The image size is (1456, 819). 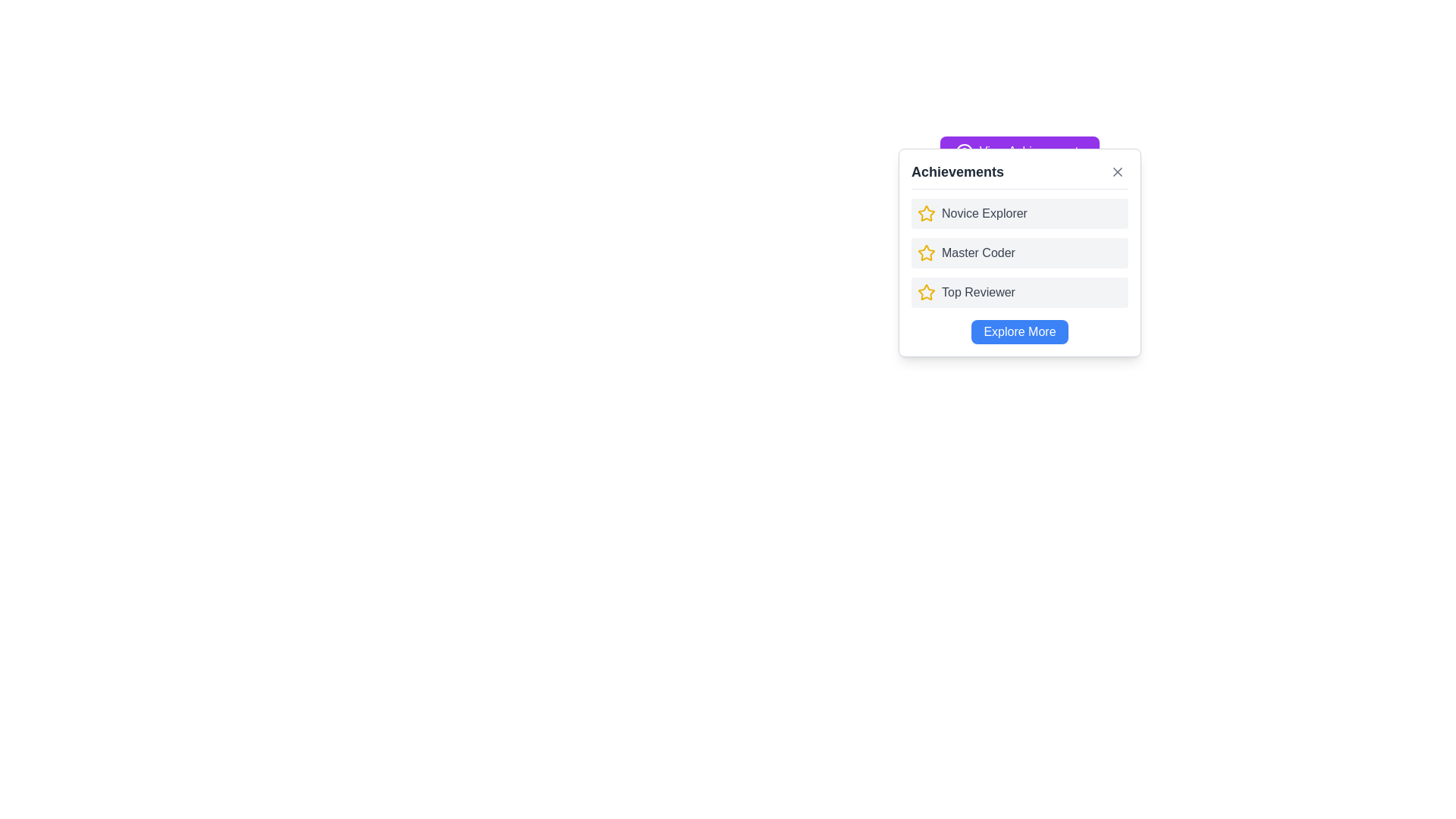 What do you see at coordinates (1019, 152) in the screenshot?
I see `the achievements button located at the top of the pop-up card interface, directly above the title 'Achievements'` at bounding box center [1019, 152].